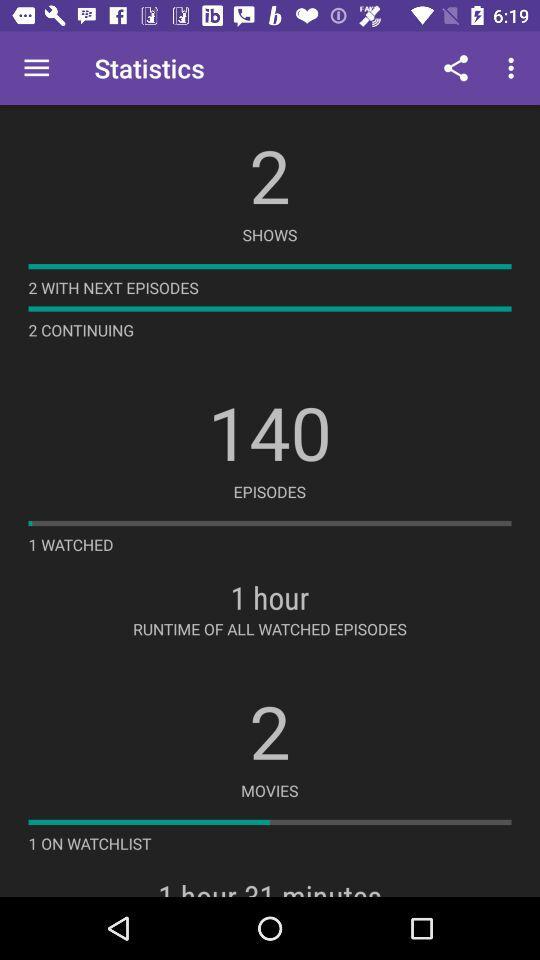 The image size is (540, 960). I want to click on the icon next to statistics, so click(36, 68).